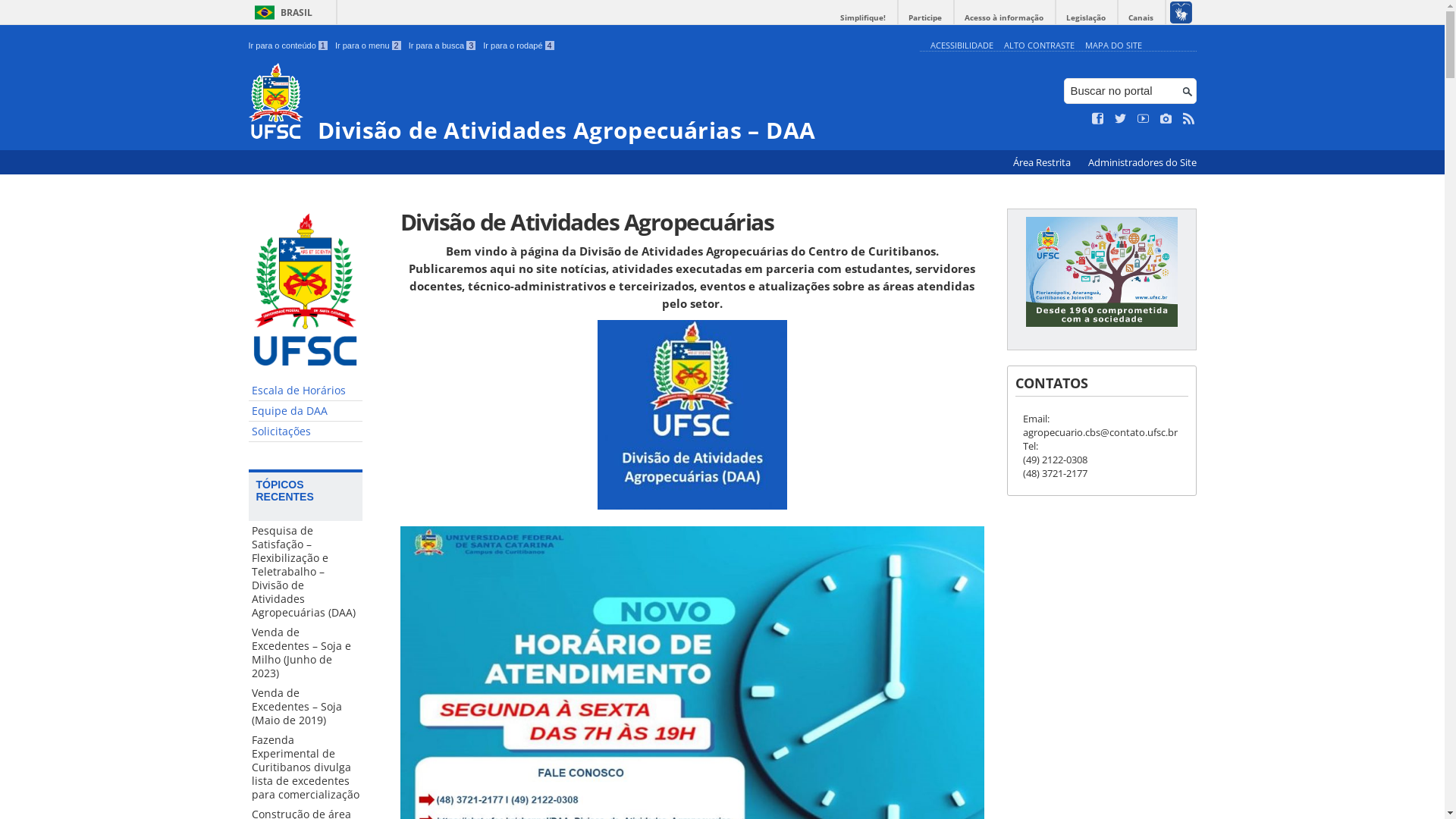 The image size is (1456, 819). What do you see at coordinates (1112, 44) in the screenshot?
I see `'MAPA DO SITE'` at bounding box center [1112, 44].